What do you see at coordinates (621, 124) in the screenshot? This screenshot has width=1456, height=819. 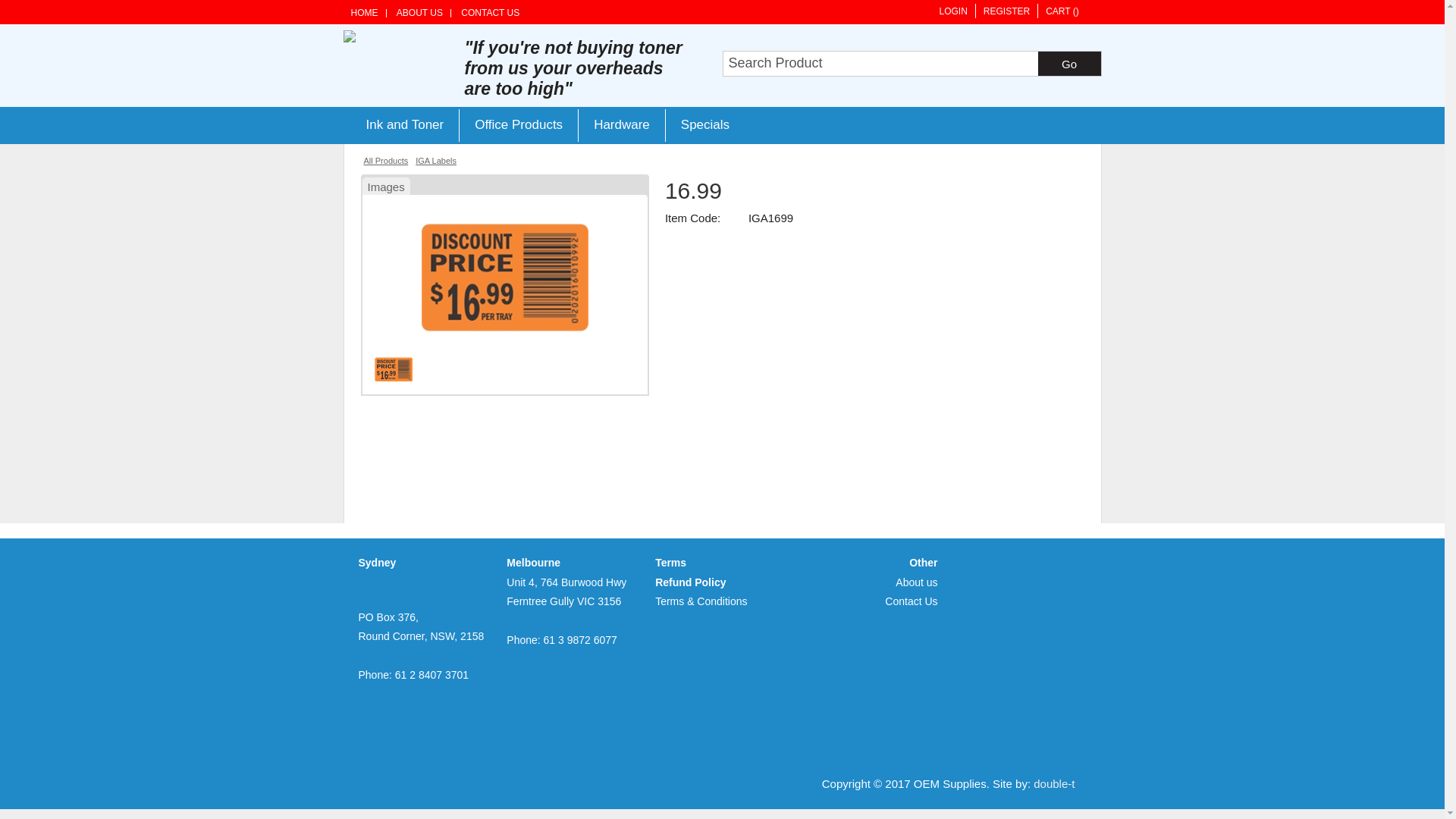 I see `'Hardware'` at bounding box center [621, 124].